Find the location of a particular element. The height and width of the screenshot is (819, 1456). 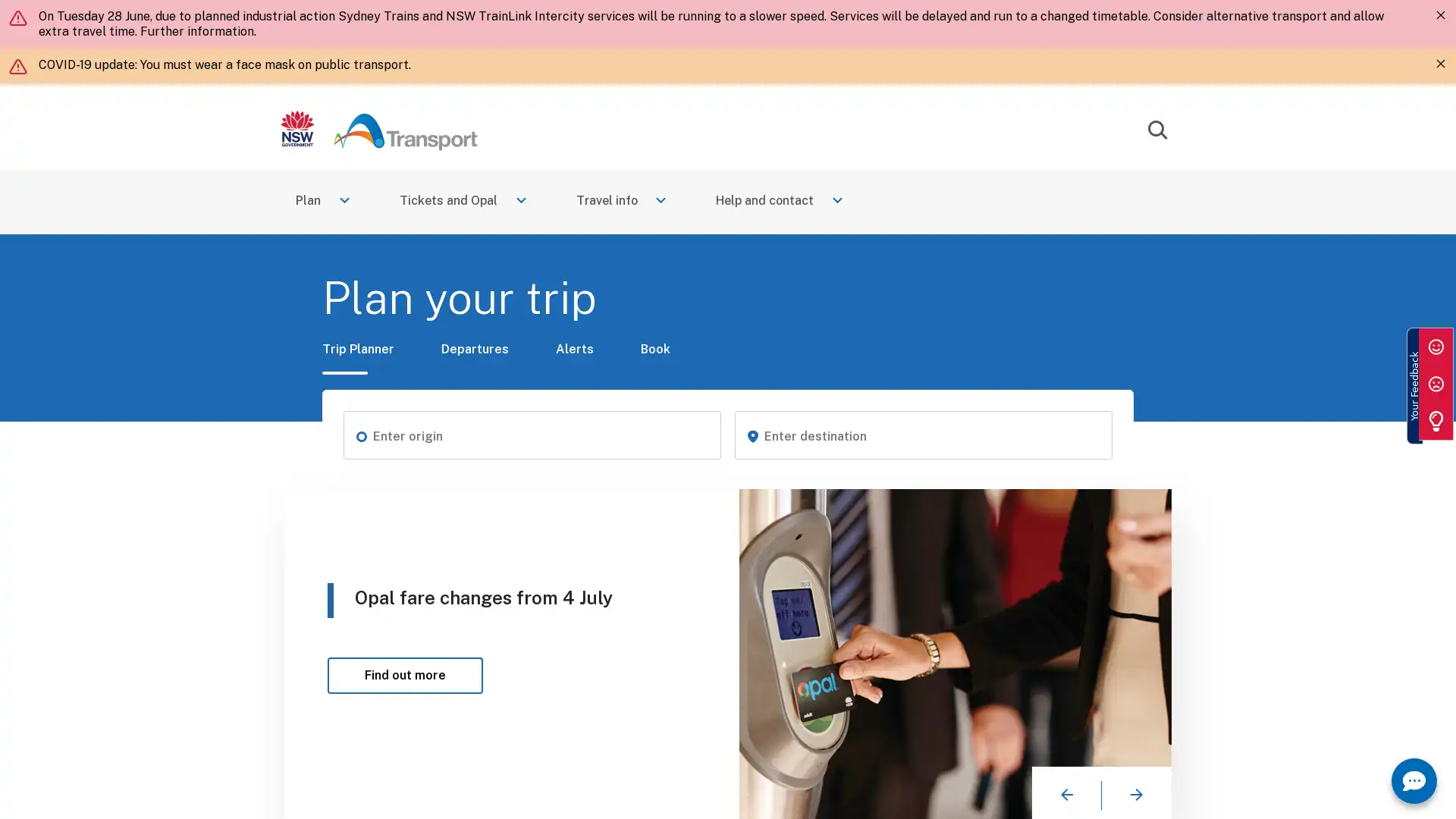

search for stops is located at coordinates (359, 435).